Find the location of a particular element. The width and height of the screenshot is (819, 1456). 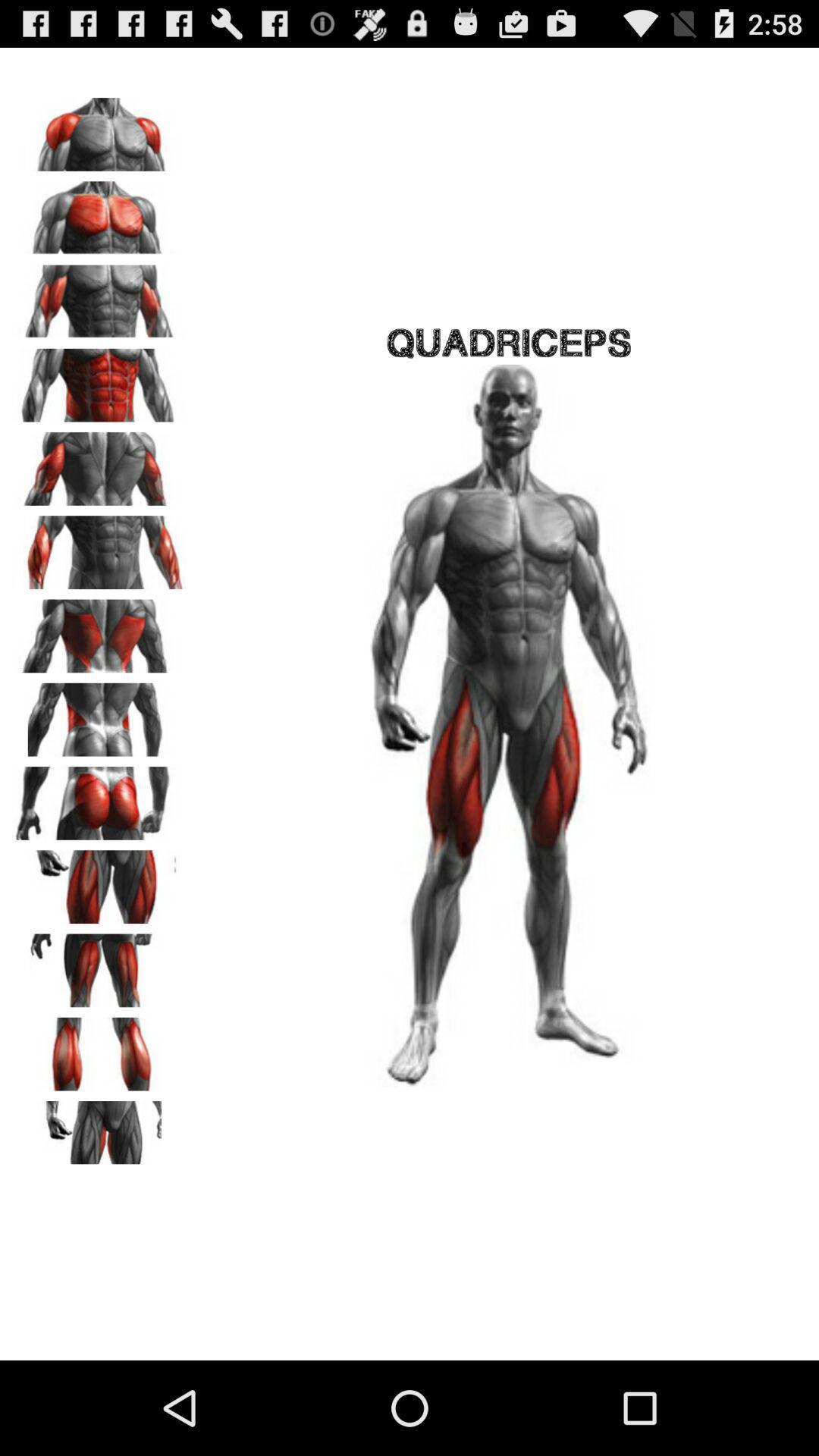

selecting arms is located at coordinates (99, 546).